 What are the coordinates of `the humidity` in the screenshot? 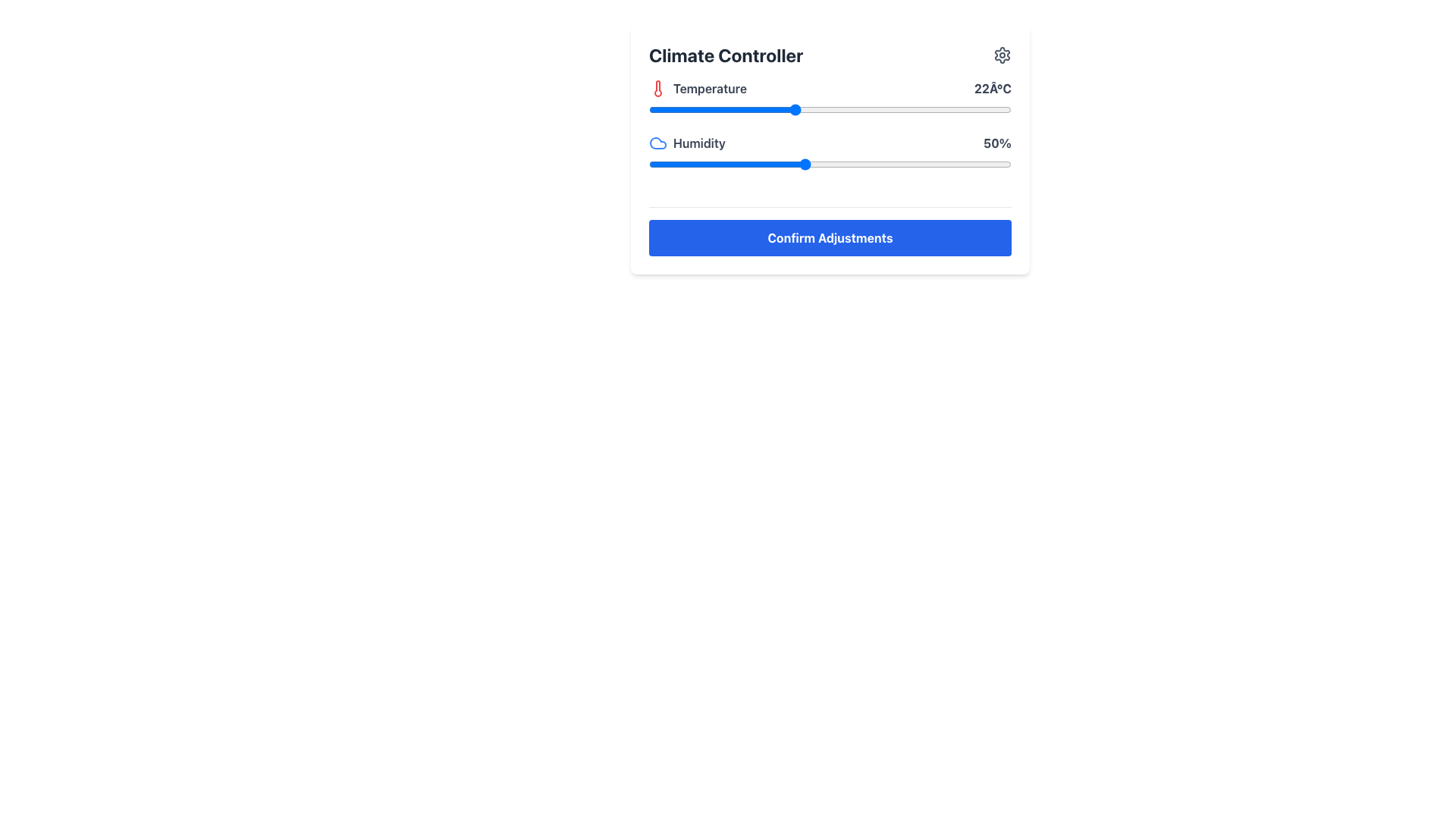 It's located at (953, 164).